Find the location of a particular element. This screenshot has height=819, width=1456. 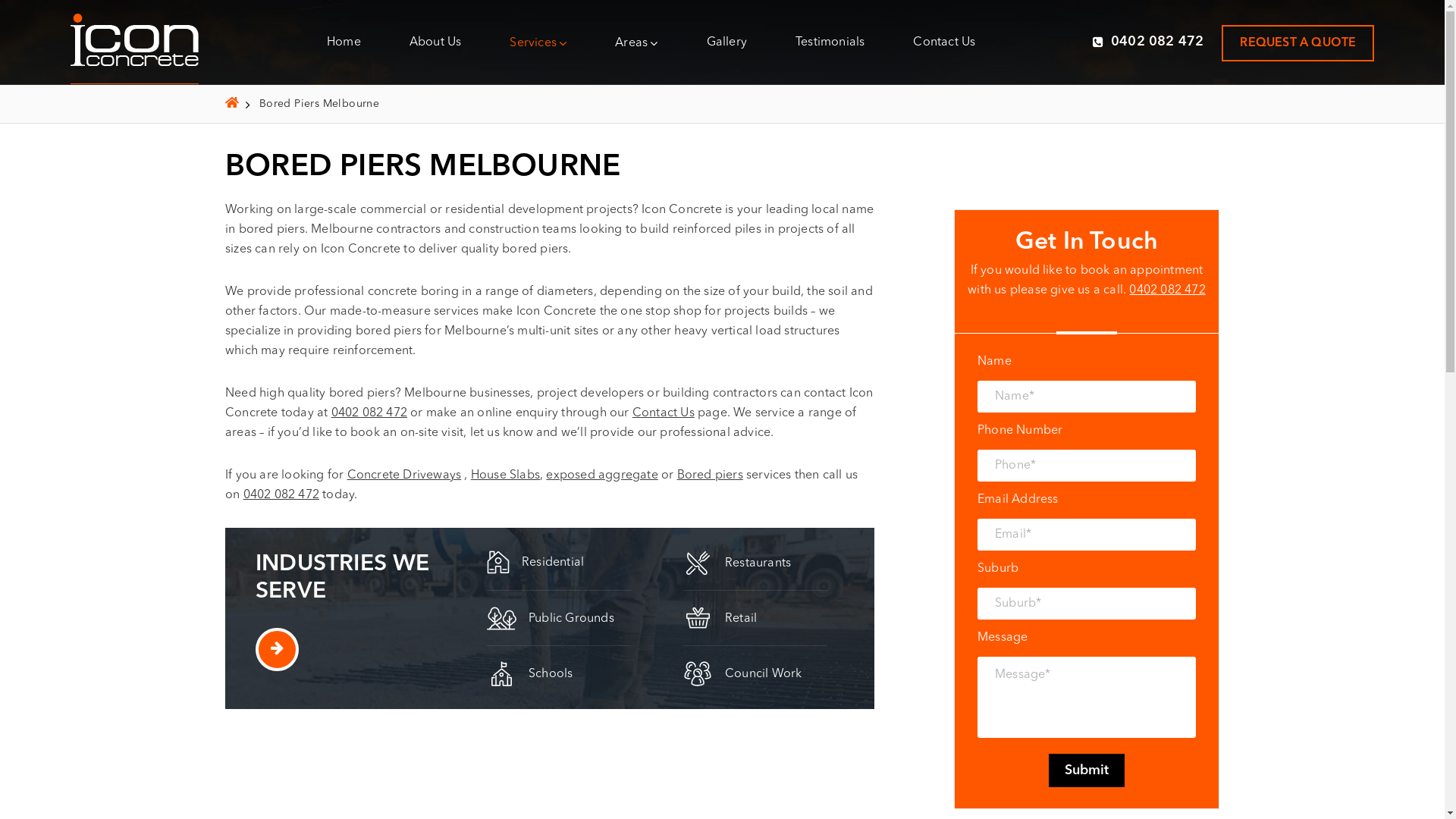

'Contact Us' is located at coordinates (632, 413).